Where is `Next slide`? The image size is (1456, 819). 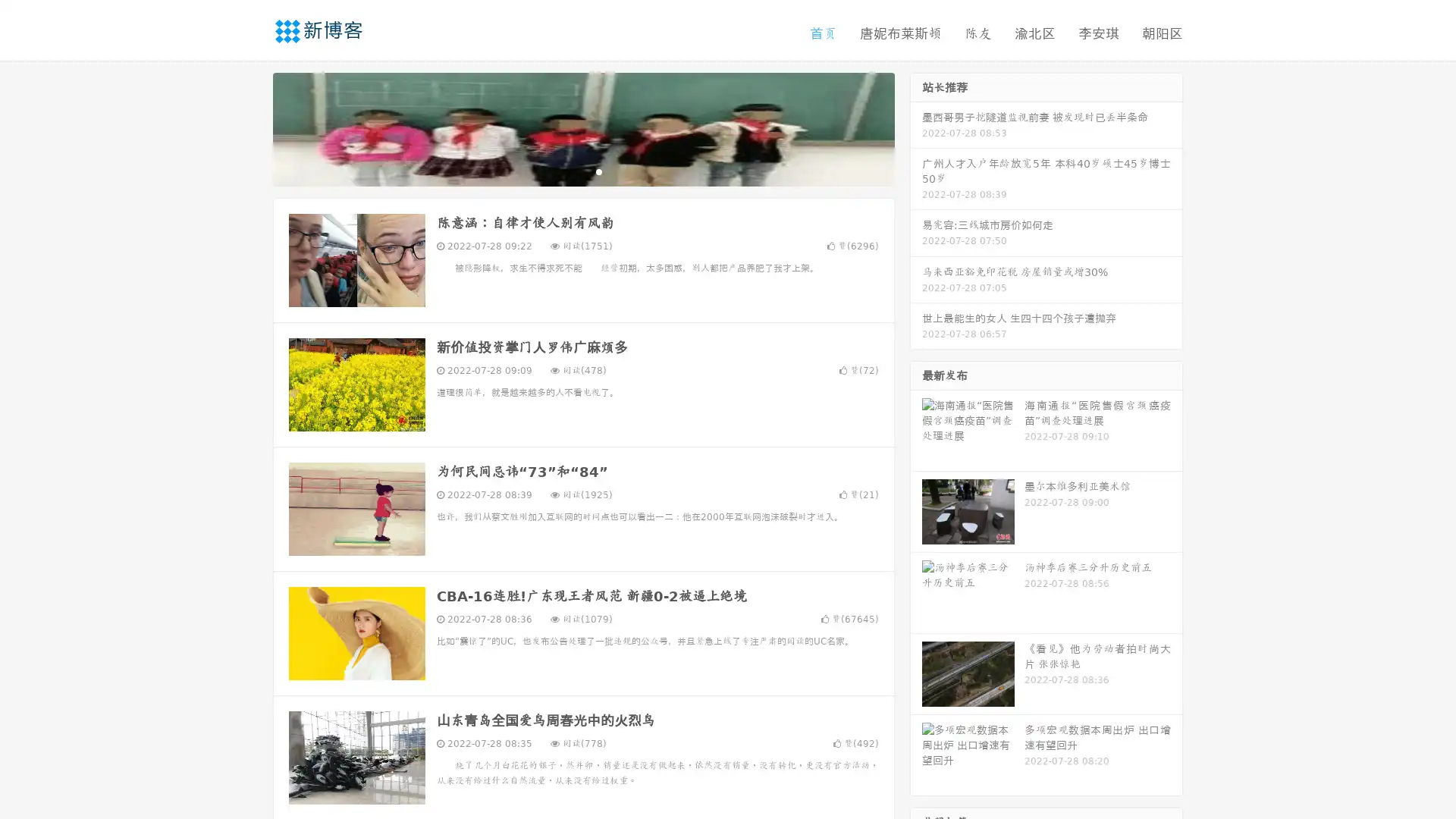
Next slide is located at coordinates (916, 127).